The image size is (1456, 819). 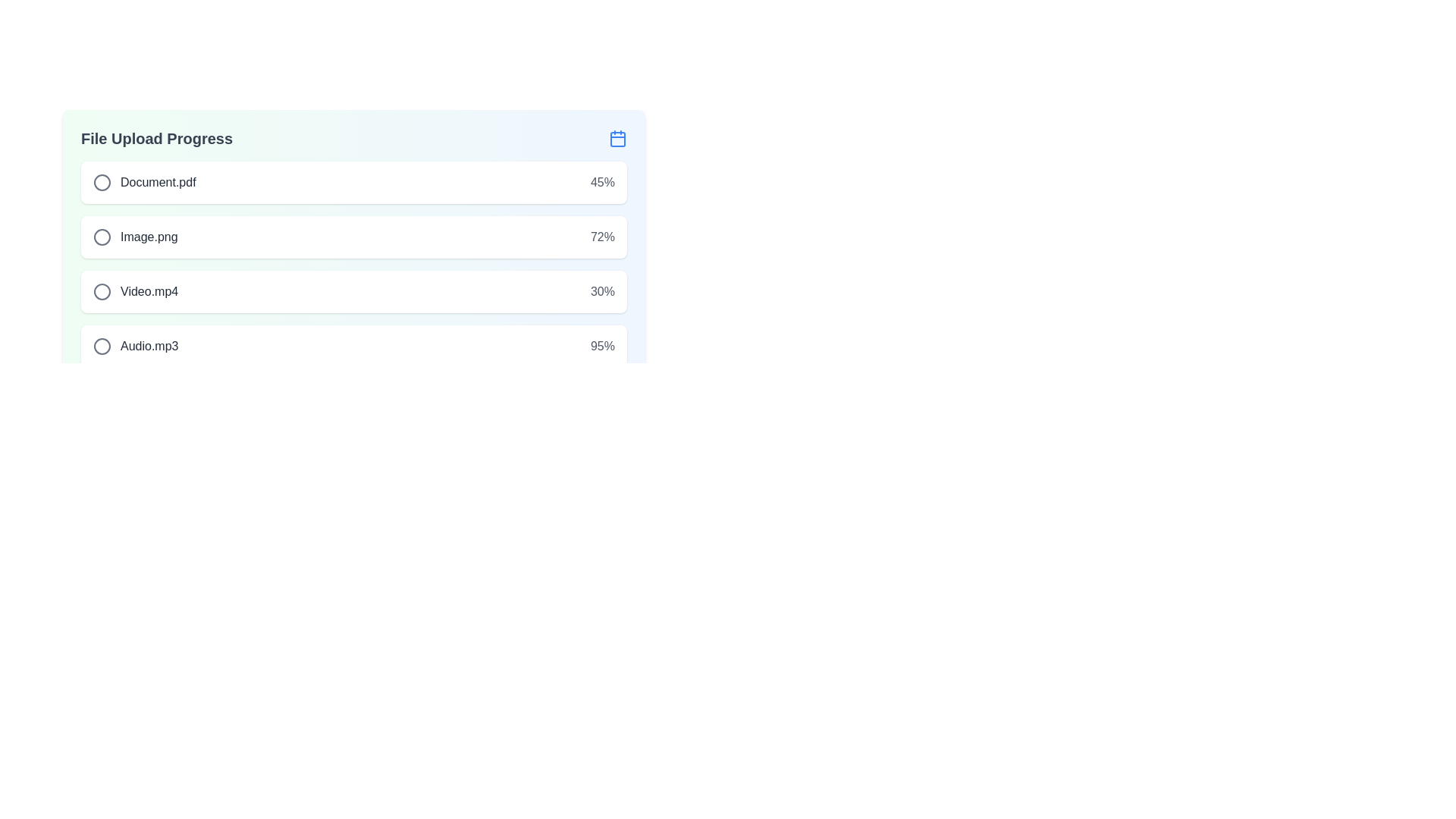 What do you see at coordinates (135, 237) in the screenshot?
I see `the second list item labeled 'Image.png'` at bounding box center [135, 237].